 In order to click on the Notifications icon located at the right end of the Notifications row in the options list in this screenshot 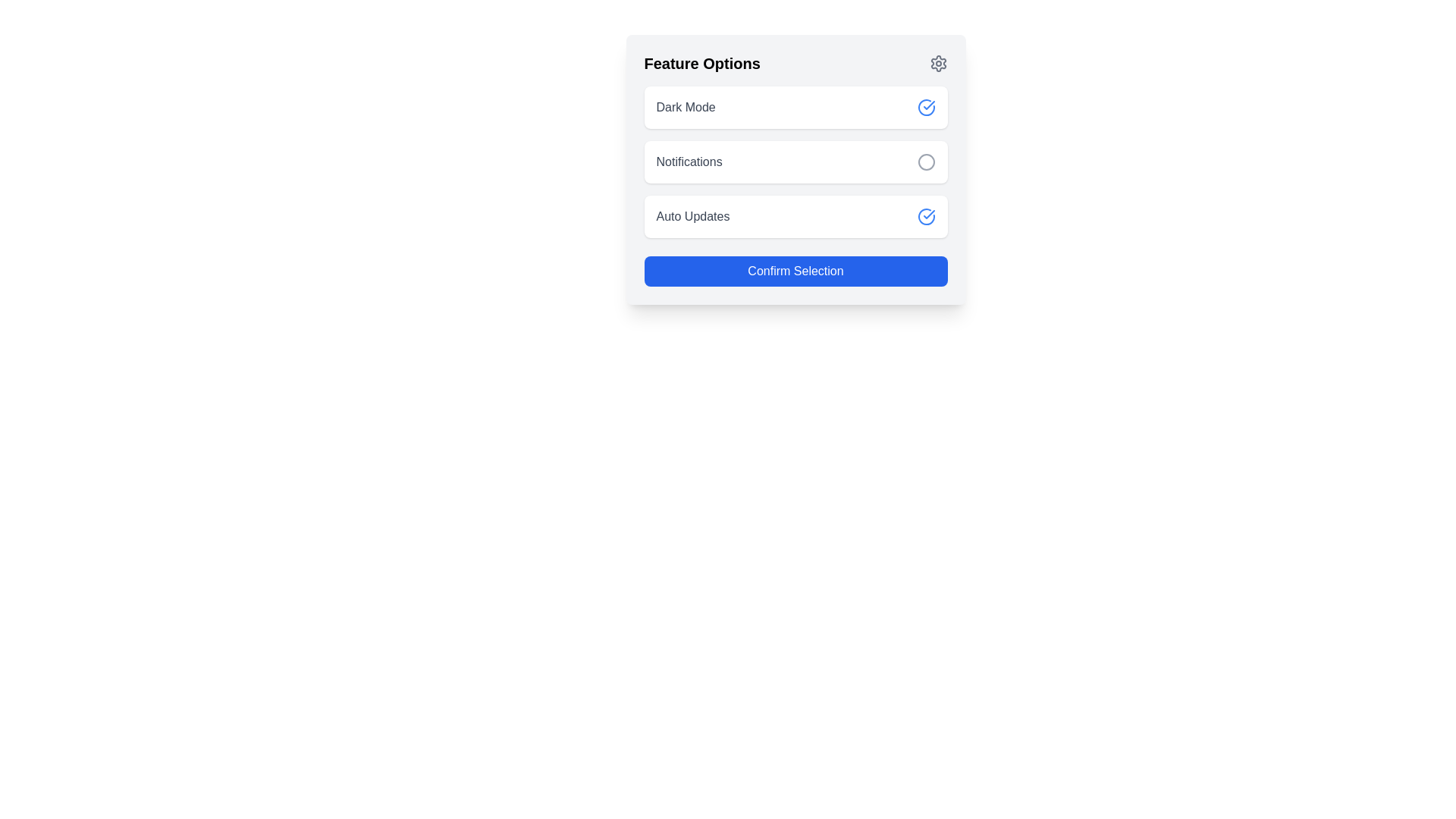, I will do `click(925, 162)`.